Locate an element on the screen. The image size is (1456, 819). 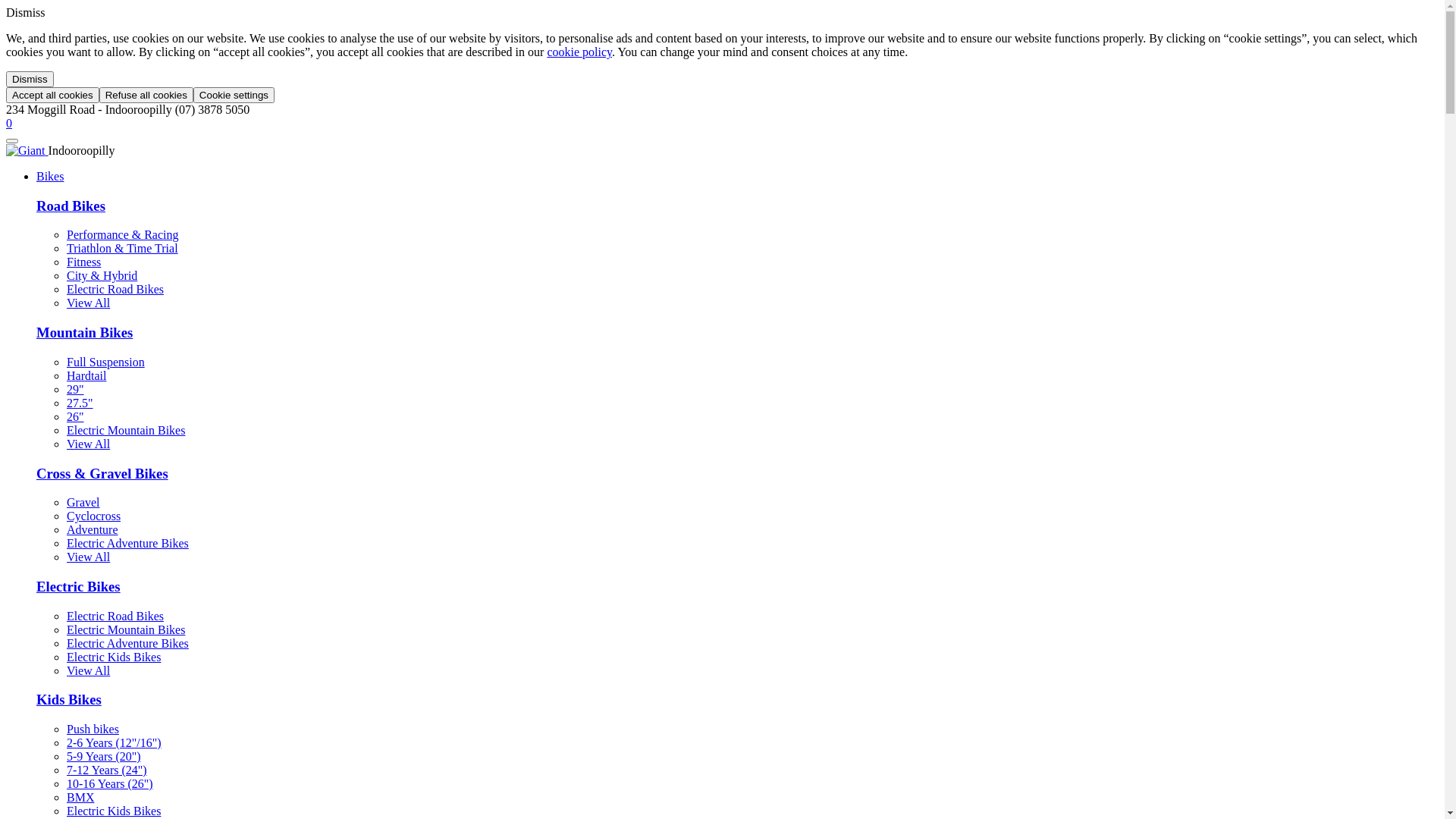
'Cyclocross' is located at coordinates (65, 515).